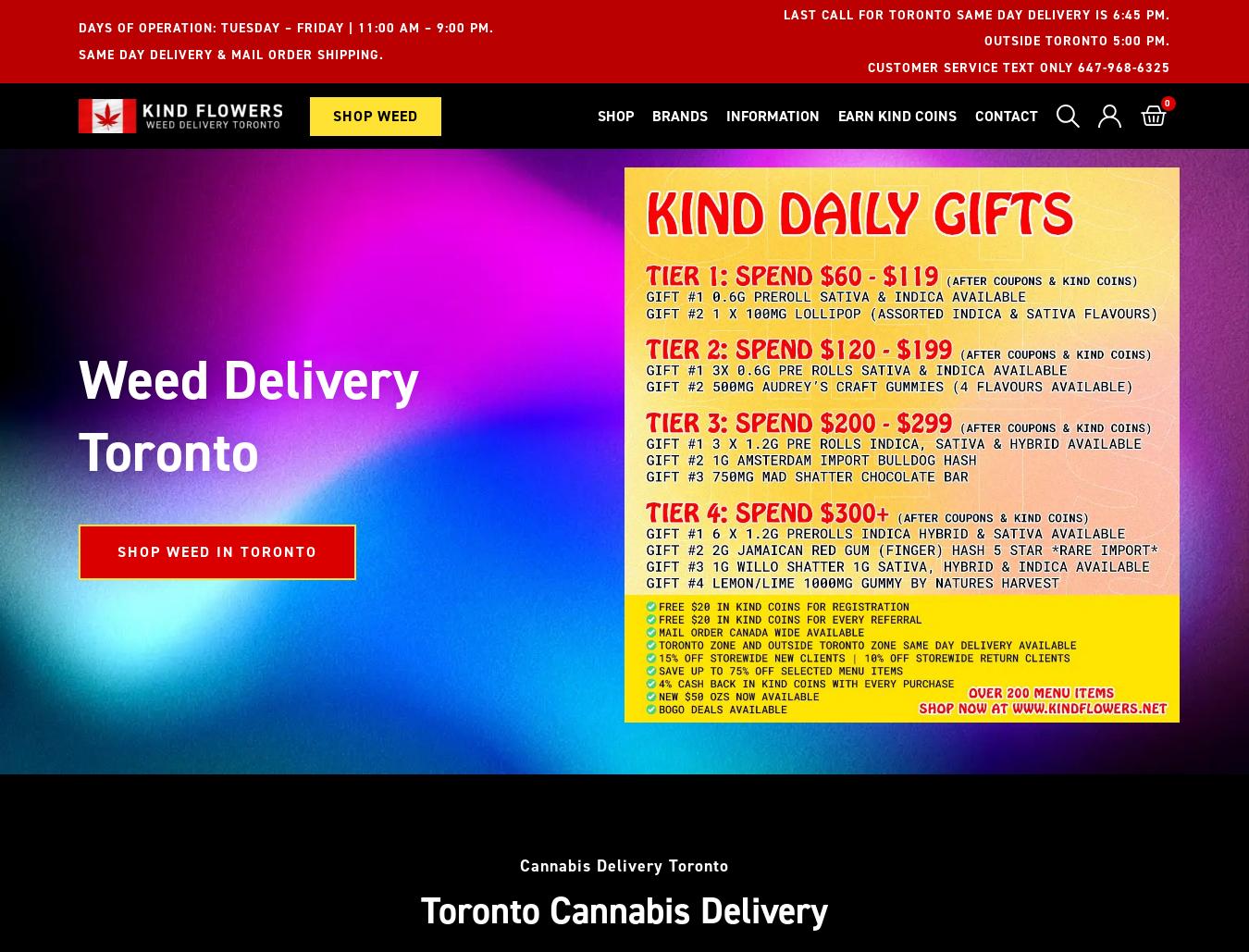  I want to click on 'DAYS OF OPERATION: TUESDAY – FRIDAY | 11:00 AM – 9:00 PM.', so click(78, 28).